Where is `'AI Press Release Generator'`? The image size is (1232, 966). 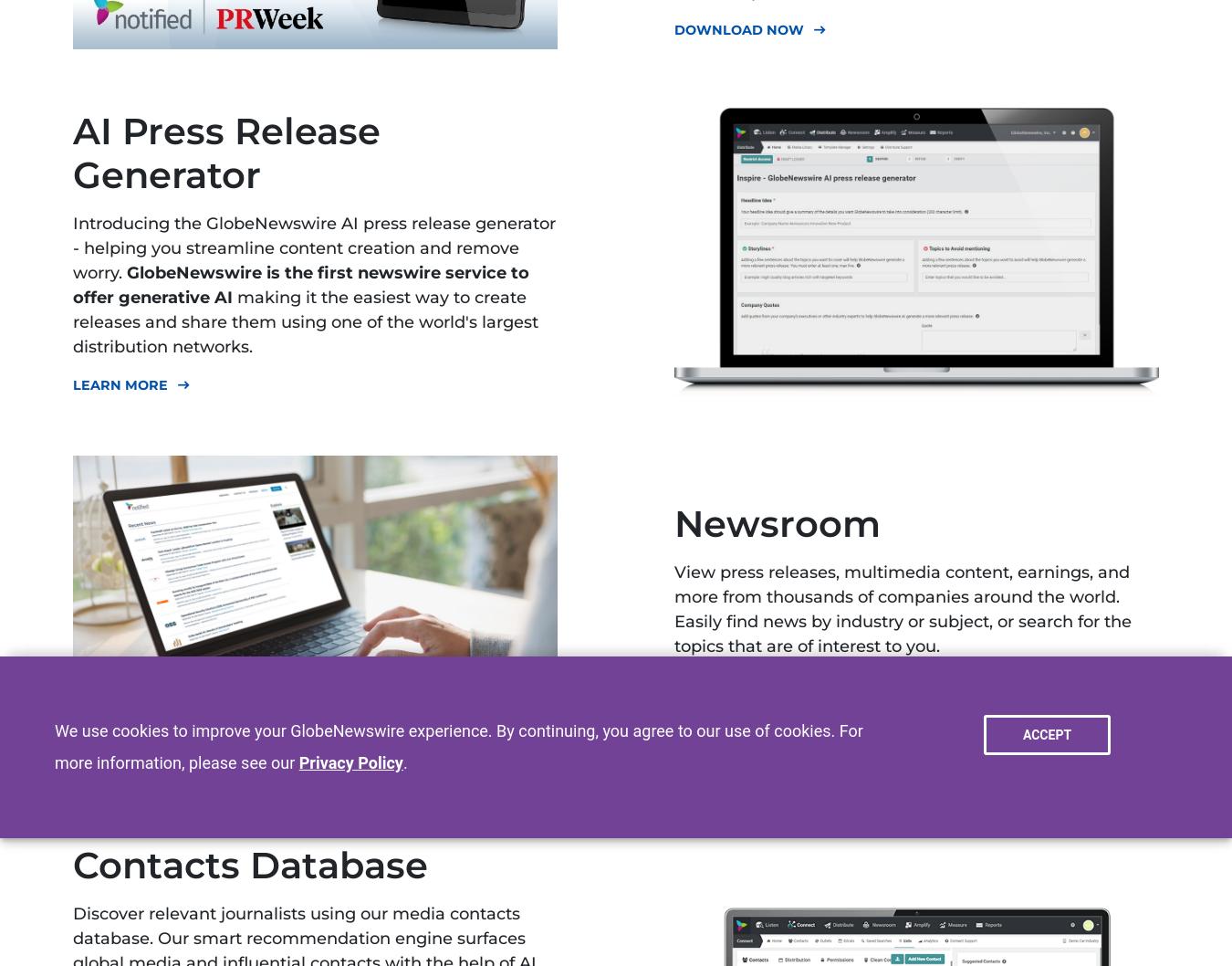 'AI Press Release Generator' is located at coordinates (225, 151).